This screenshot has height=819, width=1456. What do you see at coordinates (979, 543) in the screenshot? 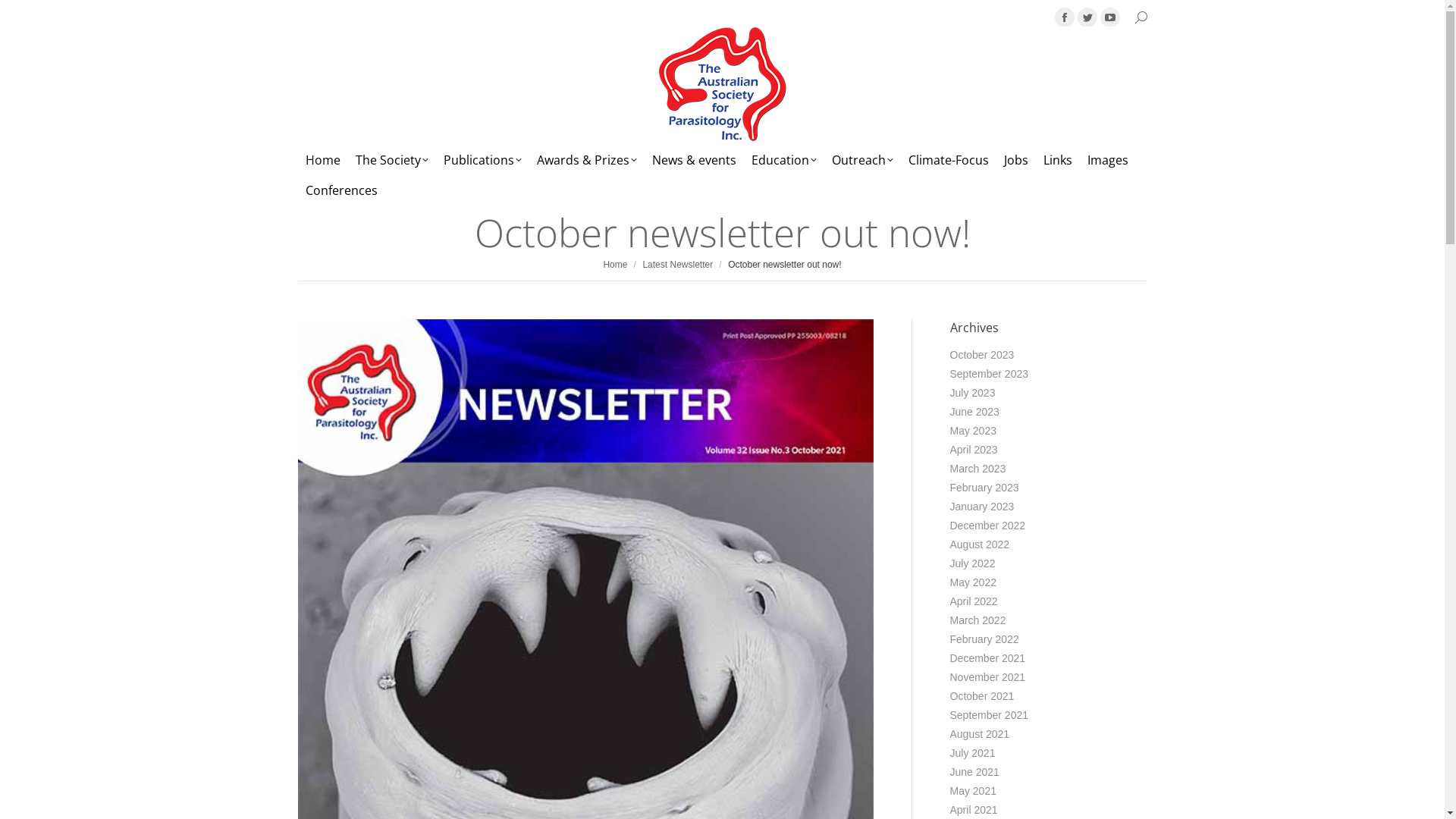
I see `'August 2022'` at bounding box center [979, 543].